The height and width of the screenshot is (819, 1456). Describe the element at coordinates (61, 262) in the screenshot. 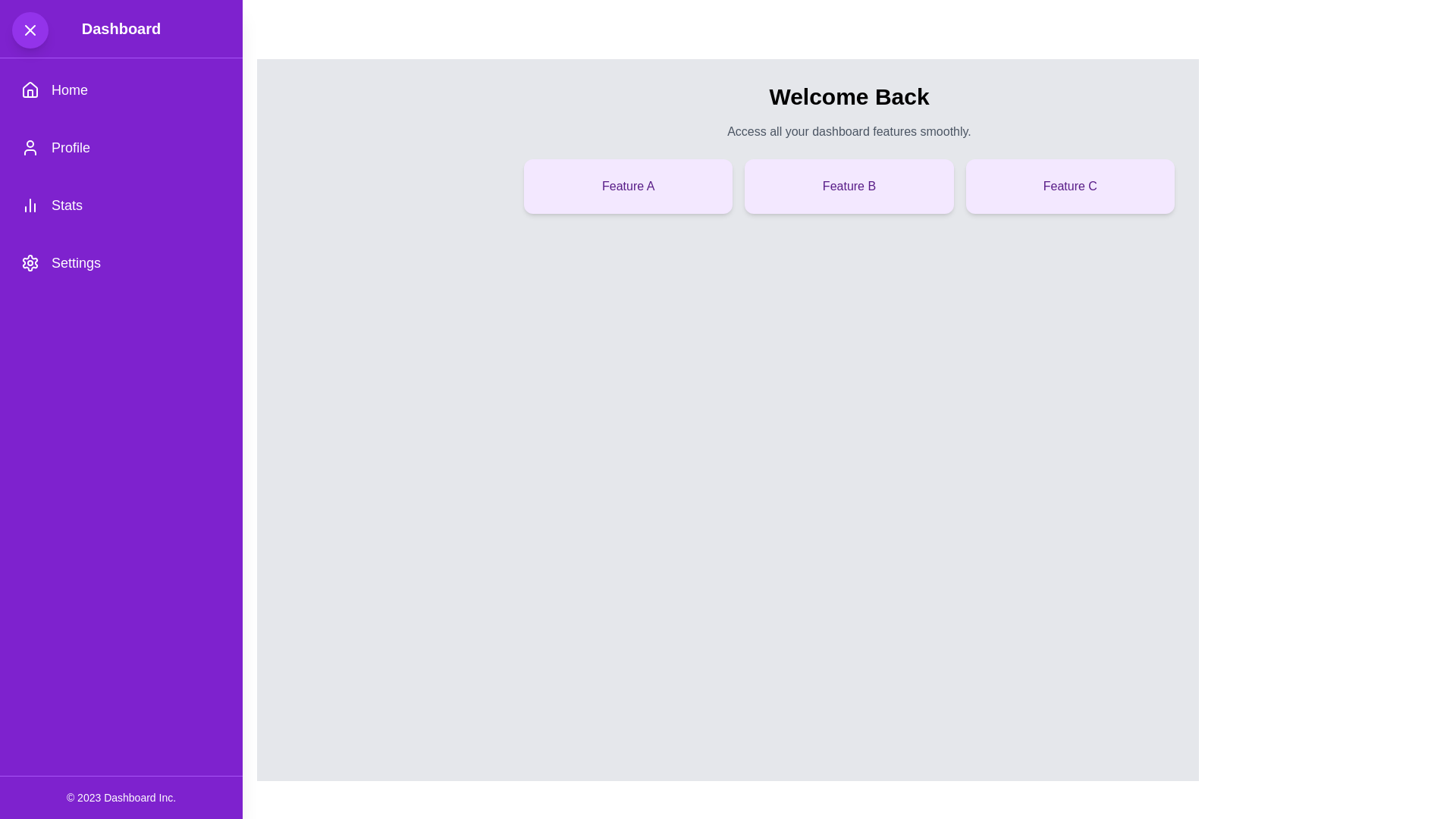

I see `the button located as the fourth item in the vertical menu on the left side of the interface for rapid navigation` at that location.